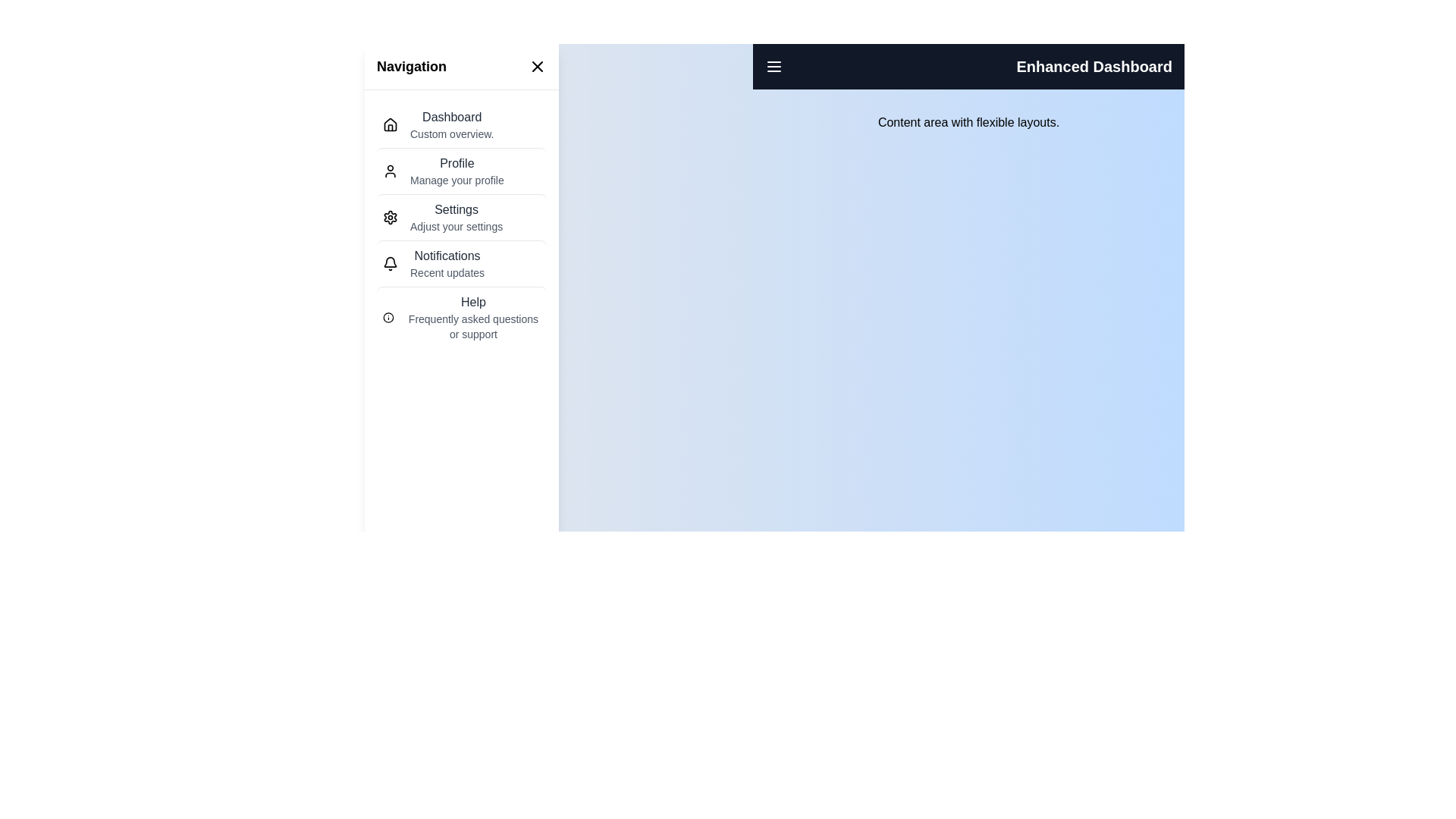 This screenshot has height=819, width=1456. What do you see at coordinates (456, 210) in the screenshot?
I see `the 'Settings' text label in the left navigation panel, which is styled with a medium font weight and dark gray color, located under 'Profile' and above 'Notifications'` at bounding box center [456, 210].